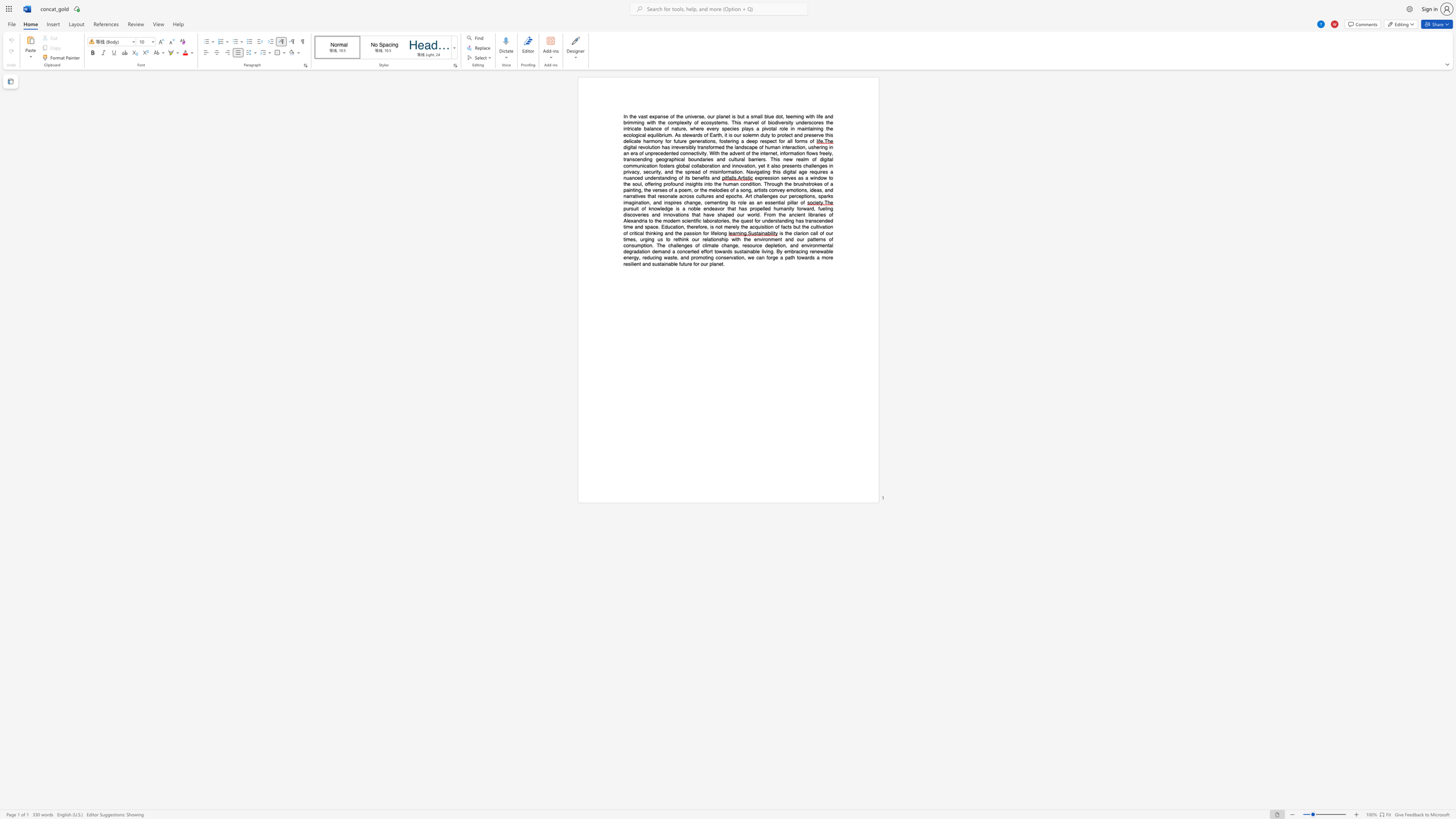  I want to click on the subset text "g profound insights into the human c" within the text "expression serves as a window to the soul, offering profound insights into the human condition. Through the brushstrokes of a painting, the verses of a poem, or the melodies of a song, artists convey emotions, ideas, and narratives that resonate across cultures and epochs. Art challenges our", so click(658, 183).